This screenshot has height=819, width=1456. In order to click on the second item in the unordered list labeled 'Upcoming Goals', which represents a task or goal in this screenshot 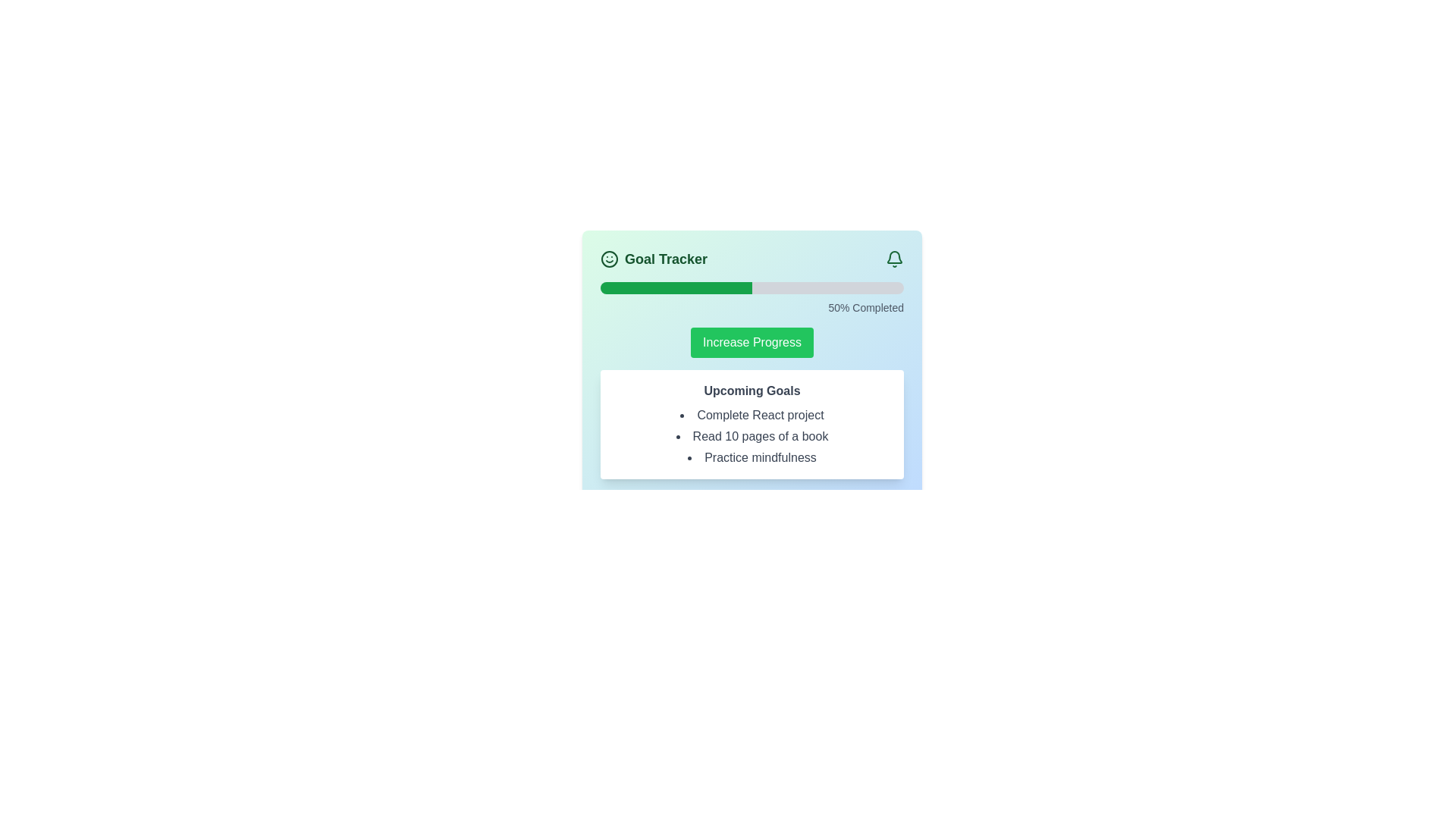, I will do `click(752, 436)`.